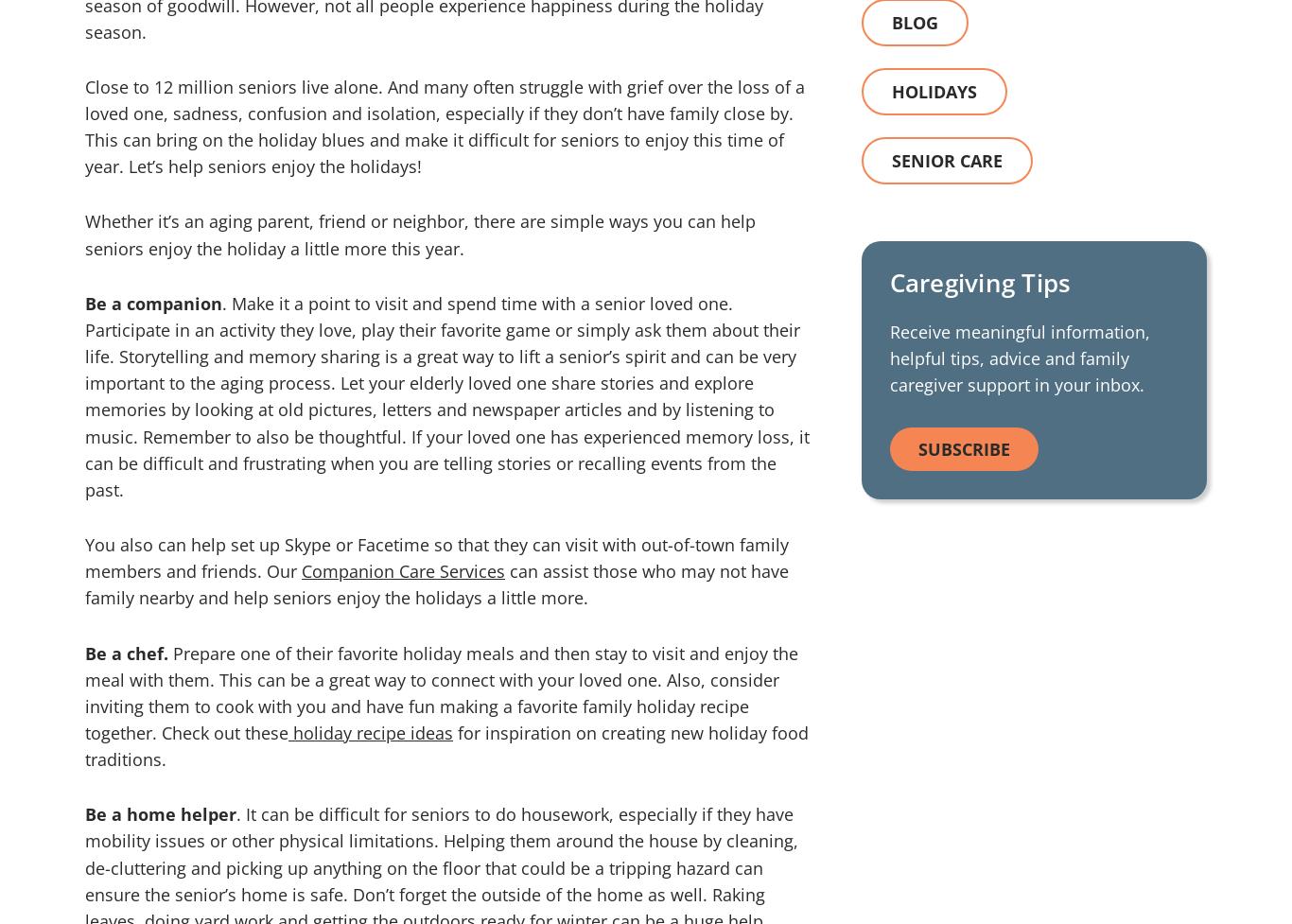 The width and height of the screenshot is (1292, 924). Describe the element at coordinates (646, 552) in the screenshot. I see `'Zbra Studios'` at that location.